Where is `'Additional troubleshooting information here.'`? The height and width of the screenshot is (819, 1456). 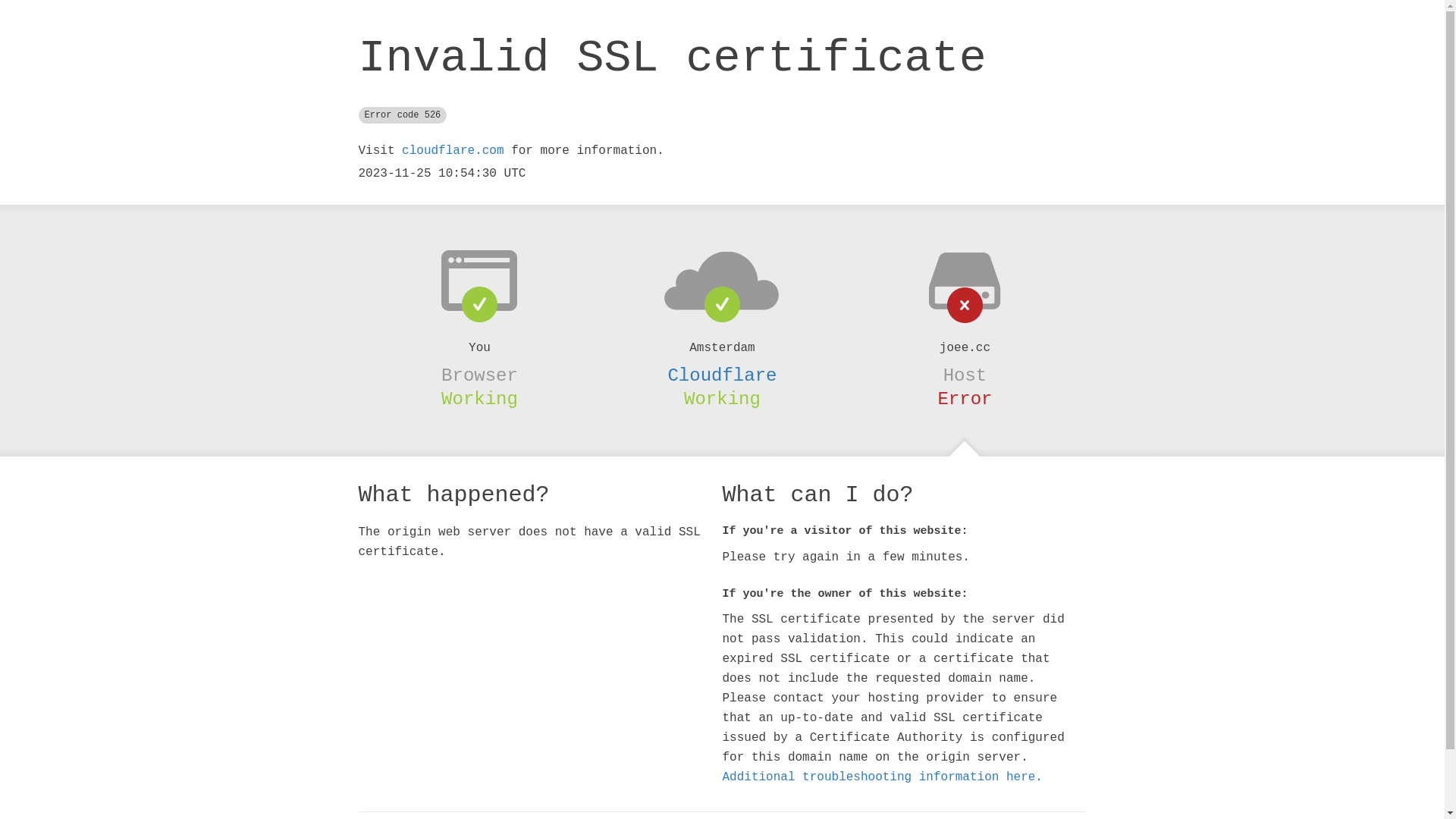
'Additional troubleshooting information here.' is located at coordinates (881, 777).